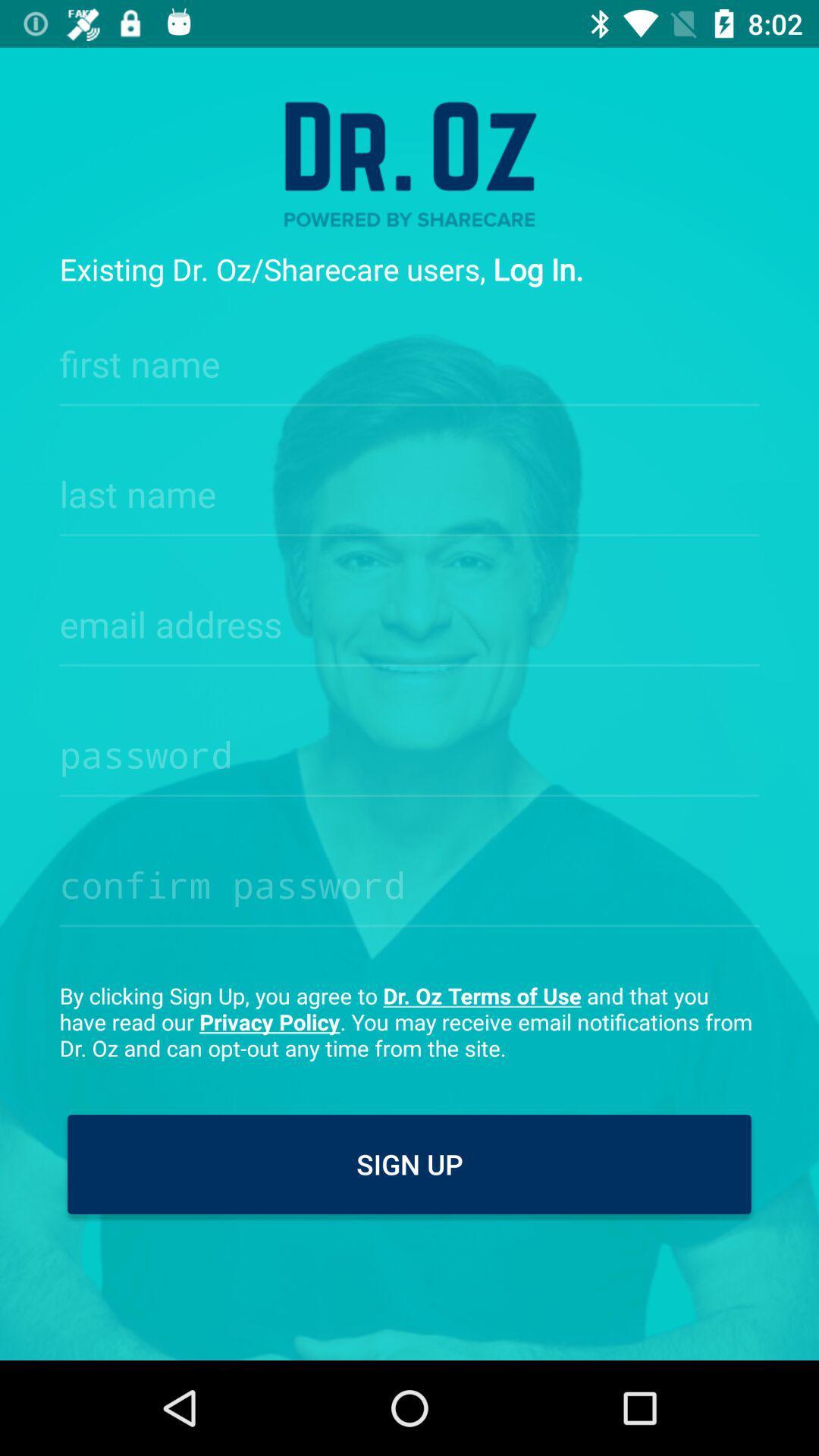 Image resolution: width=819 pixels, height=1456 pixels. I want to click on confirm password, so click(409, 880).